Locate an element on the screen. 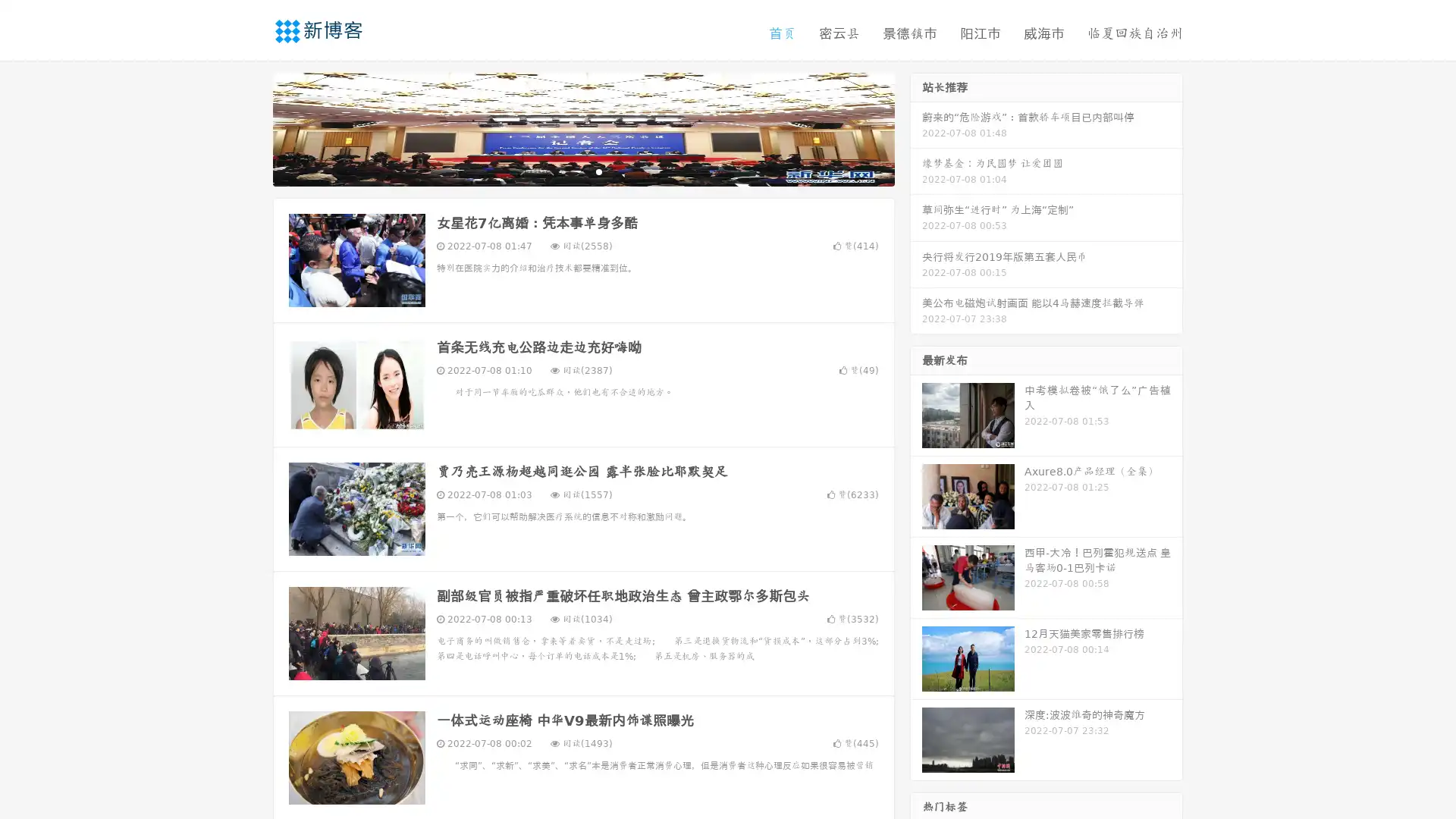  Go to slide 3 is located at coordinates (598, 171).